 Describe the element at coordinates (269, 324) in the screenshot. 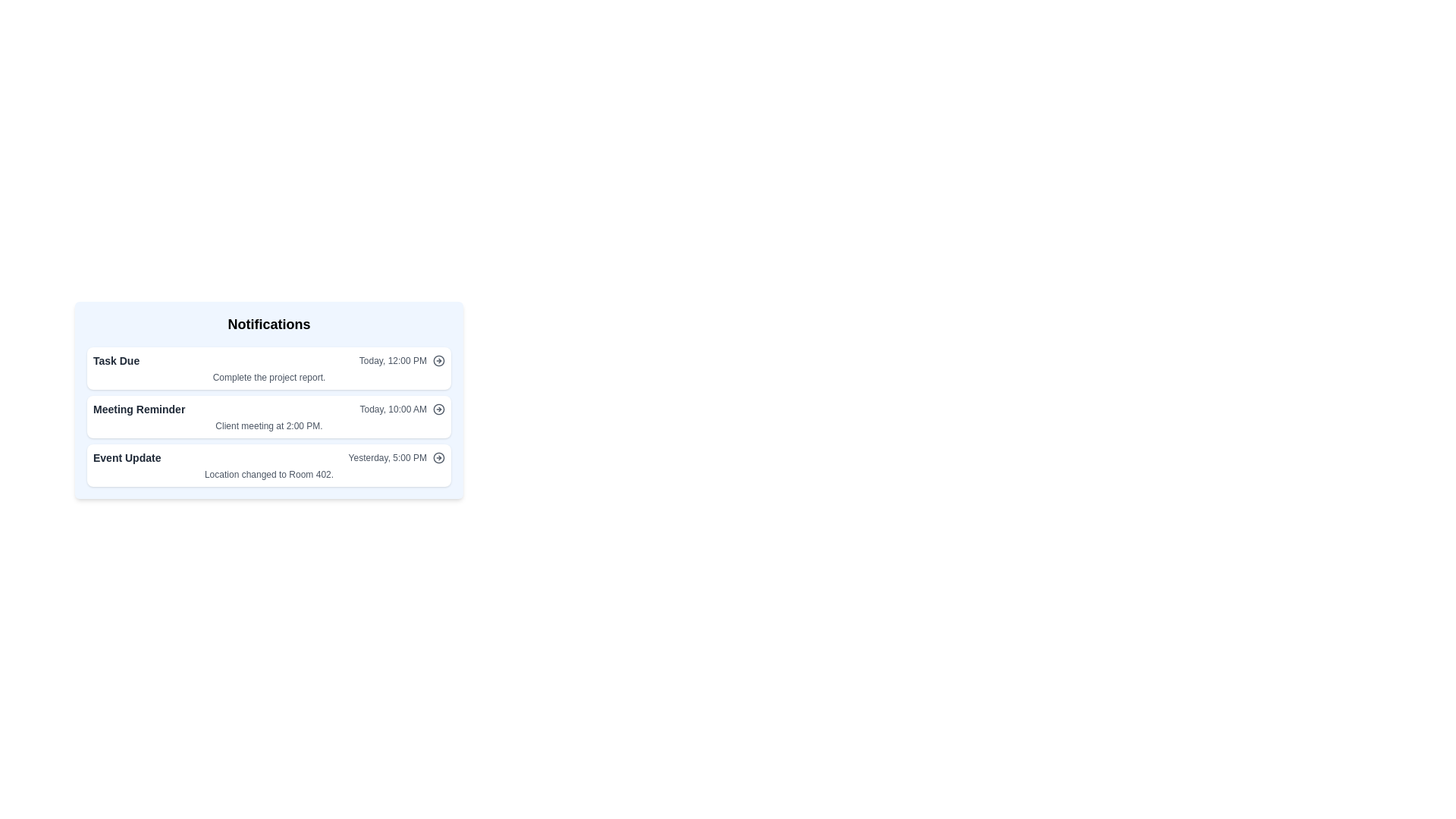

I see `the bold, large-text label displaying 'Notifications', which is located at the top of the notification panel with a light blue background` at that location.